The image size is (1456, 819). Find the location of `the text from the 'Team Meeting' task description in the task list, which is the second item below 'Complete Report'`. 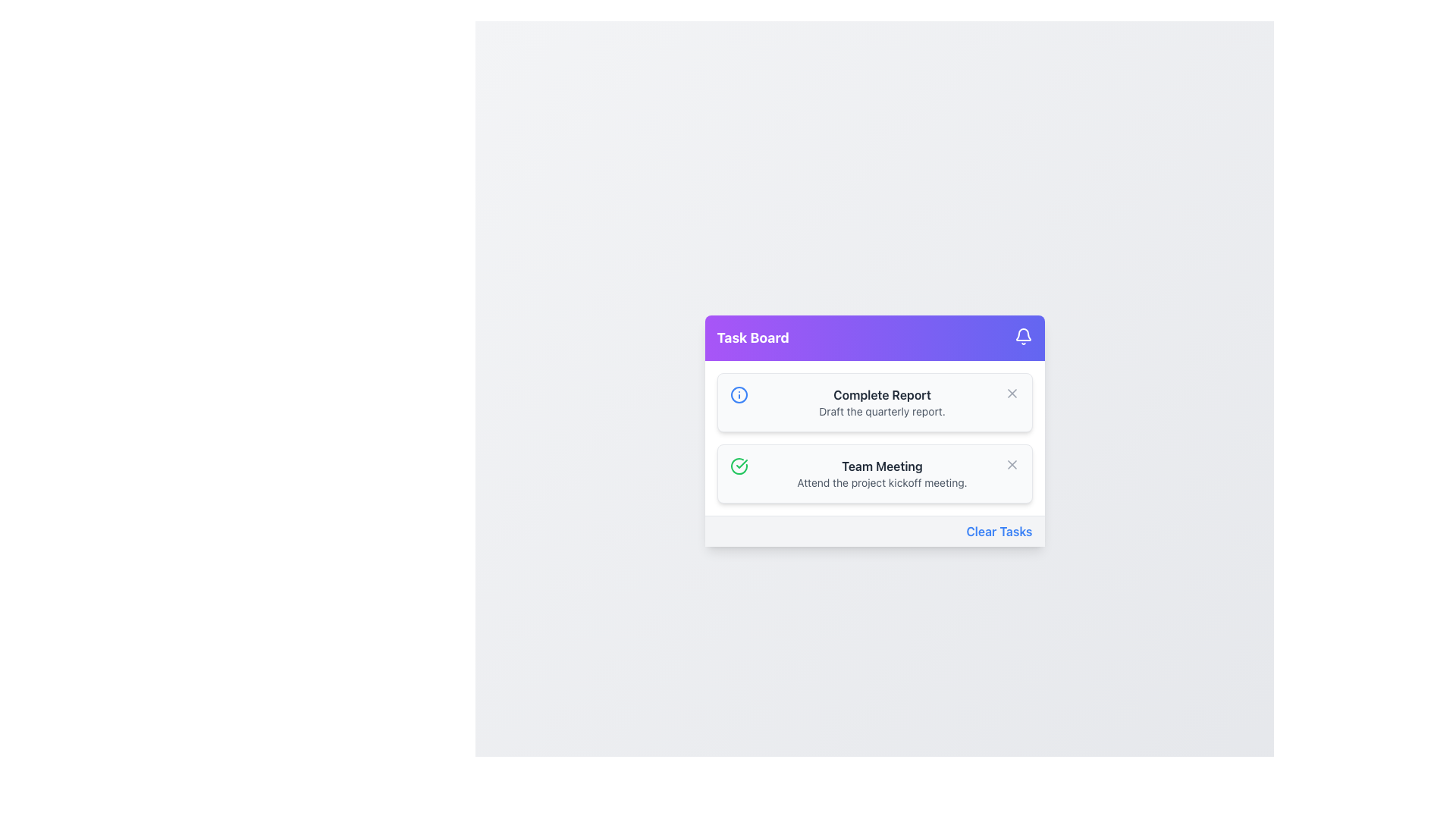

the text from the 'Team Meeting' task description in the task list, which is the second item below 'Complete Report' is located at coordinates (882, 472).